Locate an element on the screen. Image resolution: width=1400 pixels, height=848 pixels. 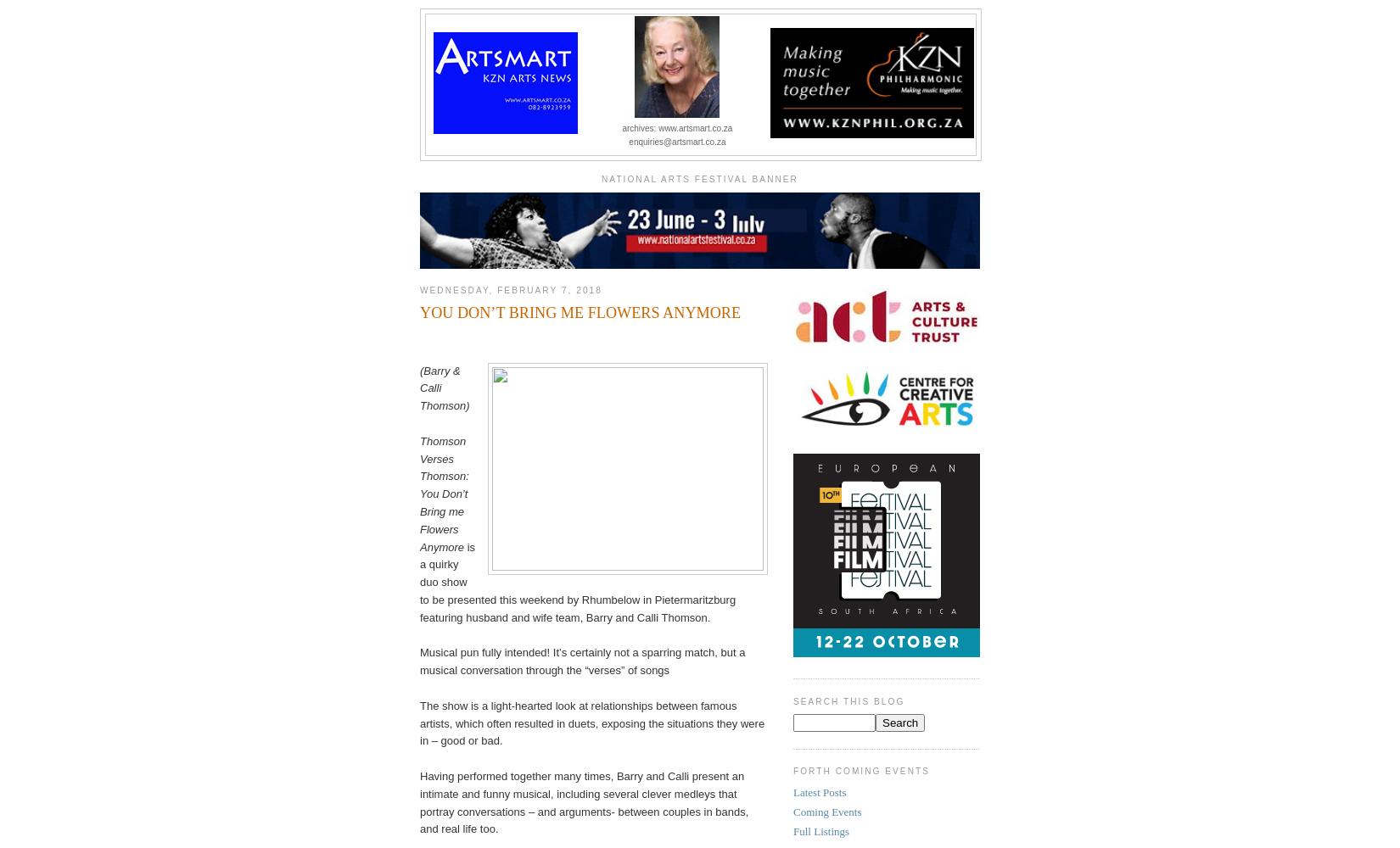
'Search This Blog' is located at coordinates (848, 700).